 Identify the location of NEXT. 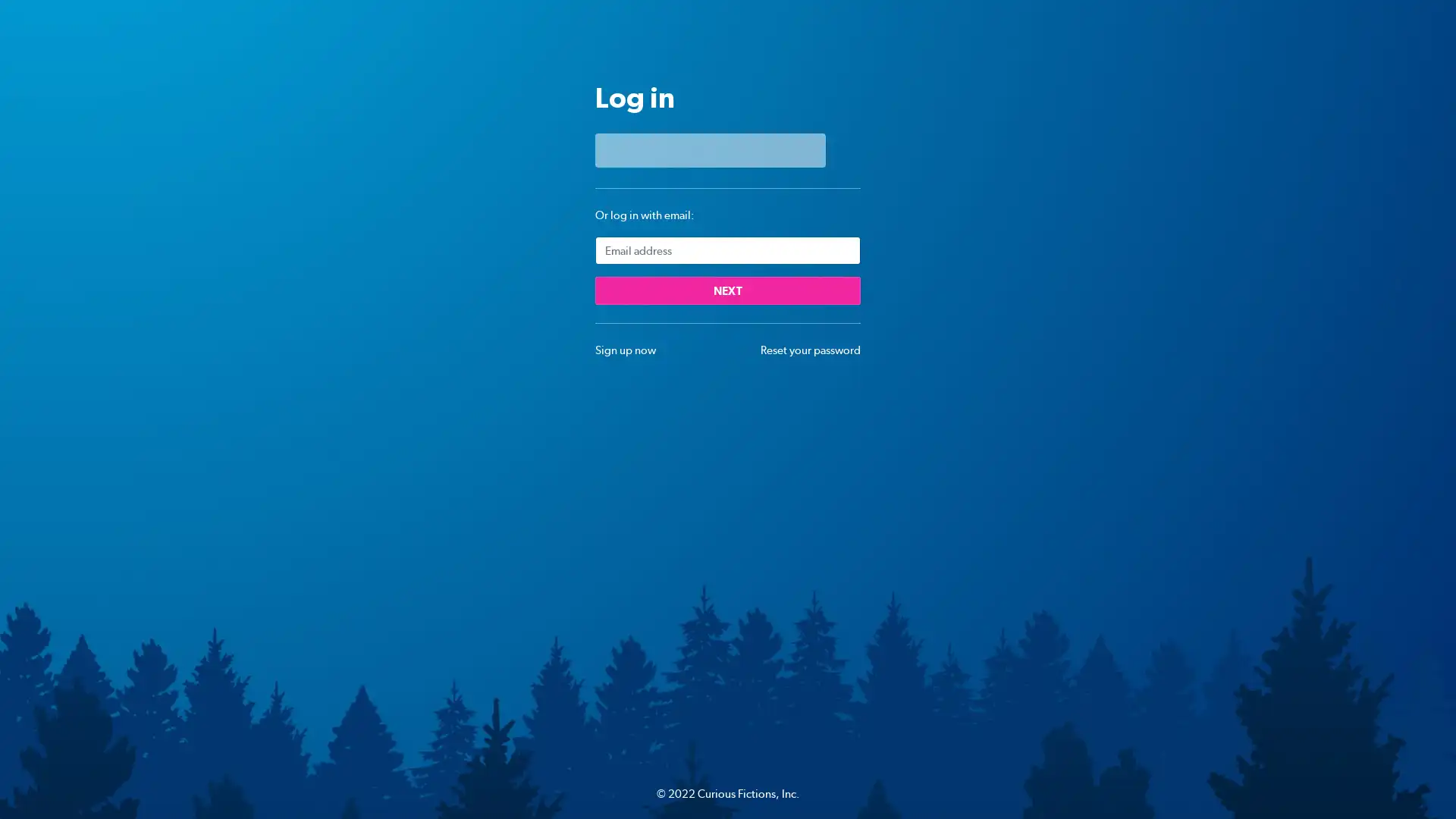
(728, 290).